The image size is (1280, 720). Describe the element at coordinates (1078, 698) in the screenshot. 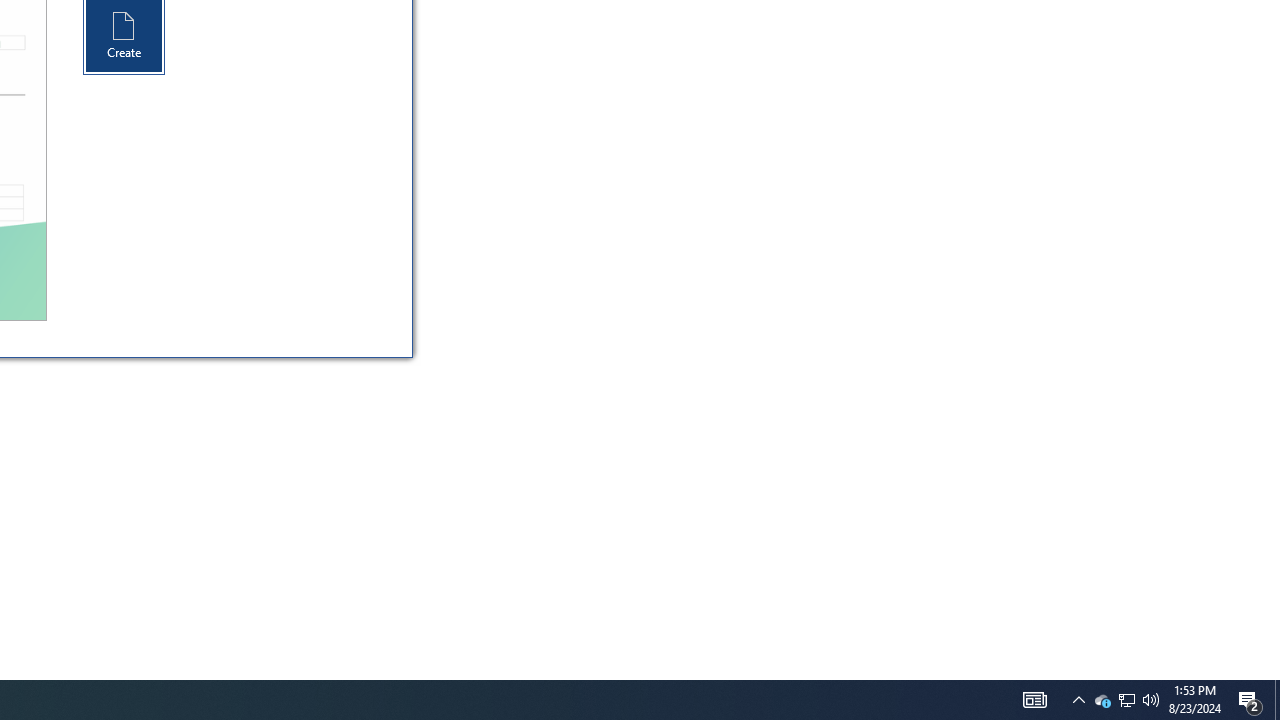

I see `'User Promoted Notification Area'` at that location.